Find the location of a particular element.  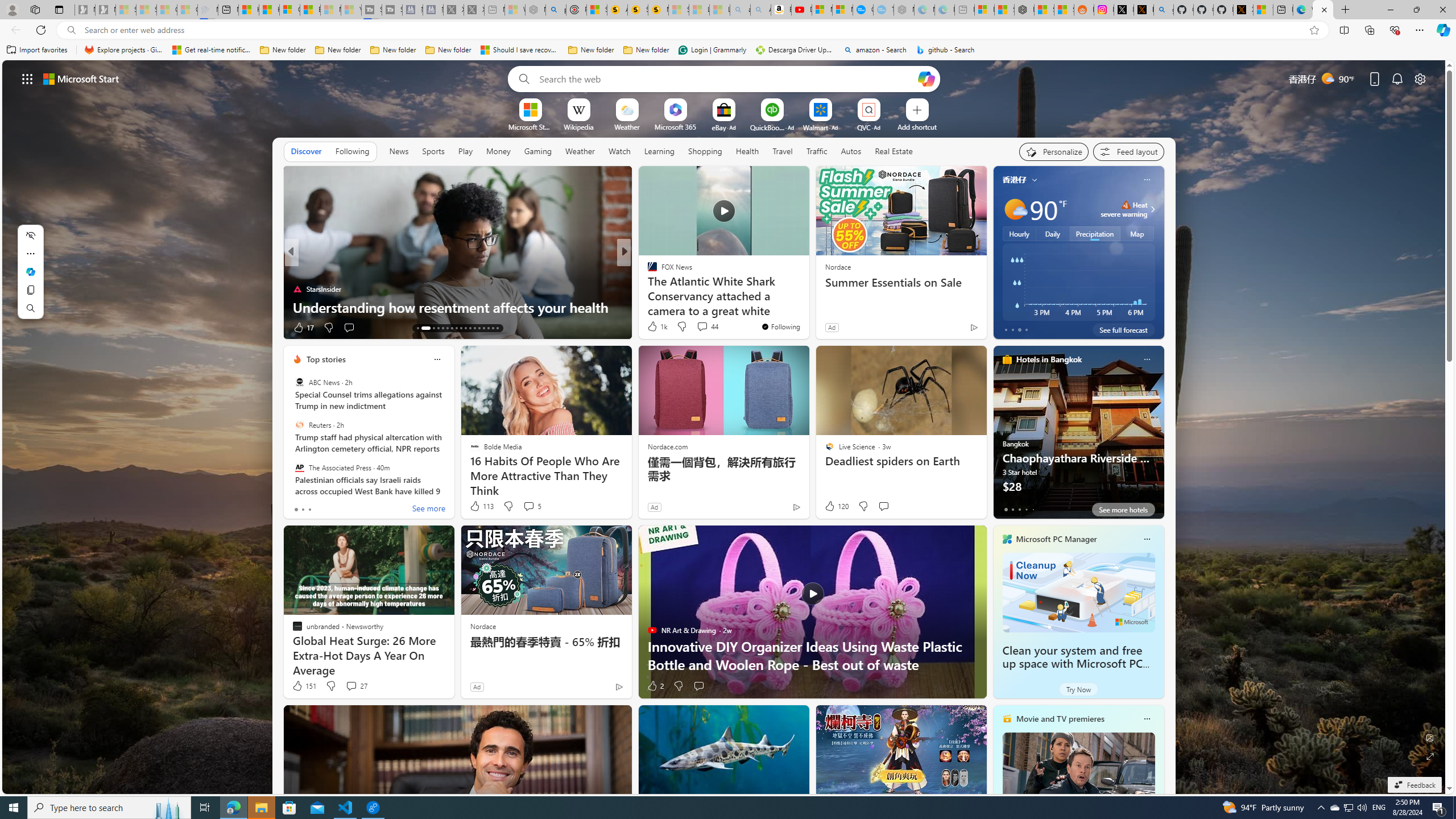

'Health' is located at coordinates (746, 150).